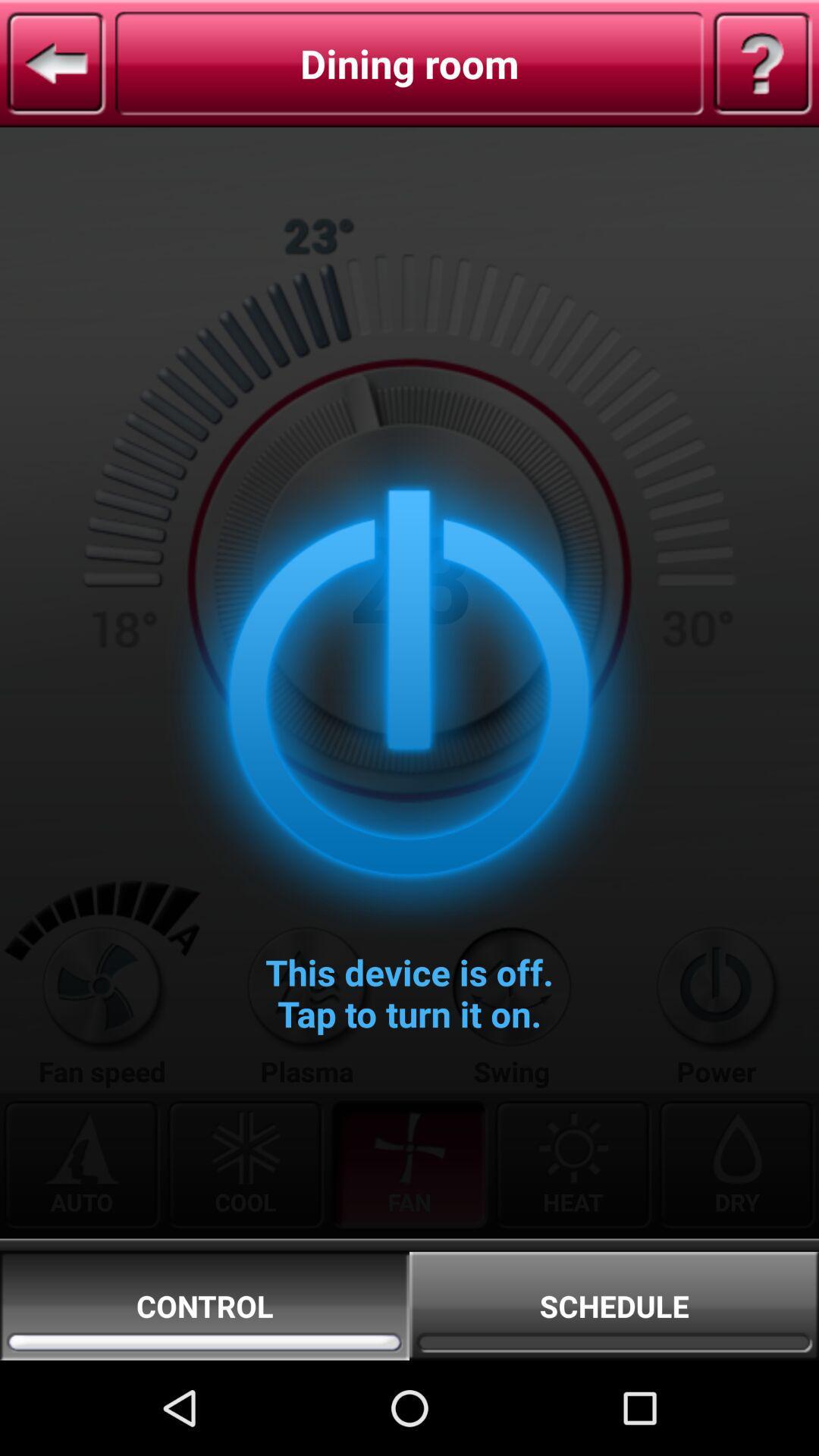 This screenshot has width=819, height=1456. I want to click on the star icon, so click(102, 1055).